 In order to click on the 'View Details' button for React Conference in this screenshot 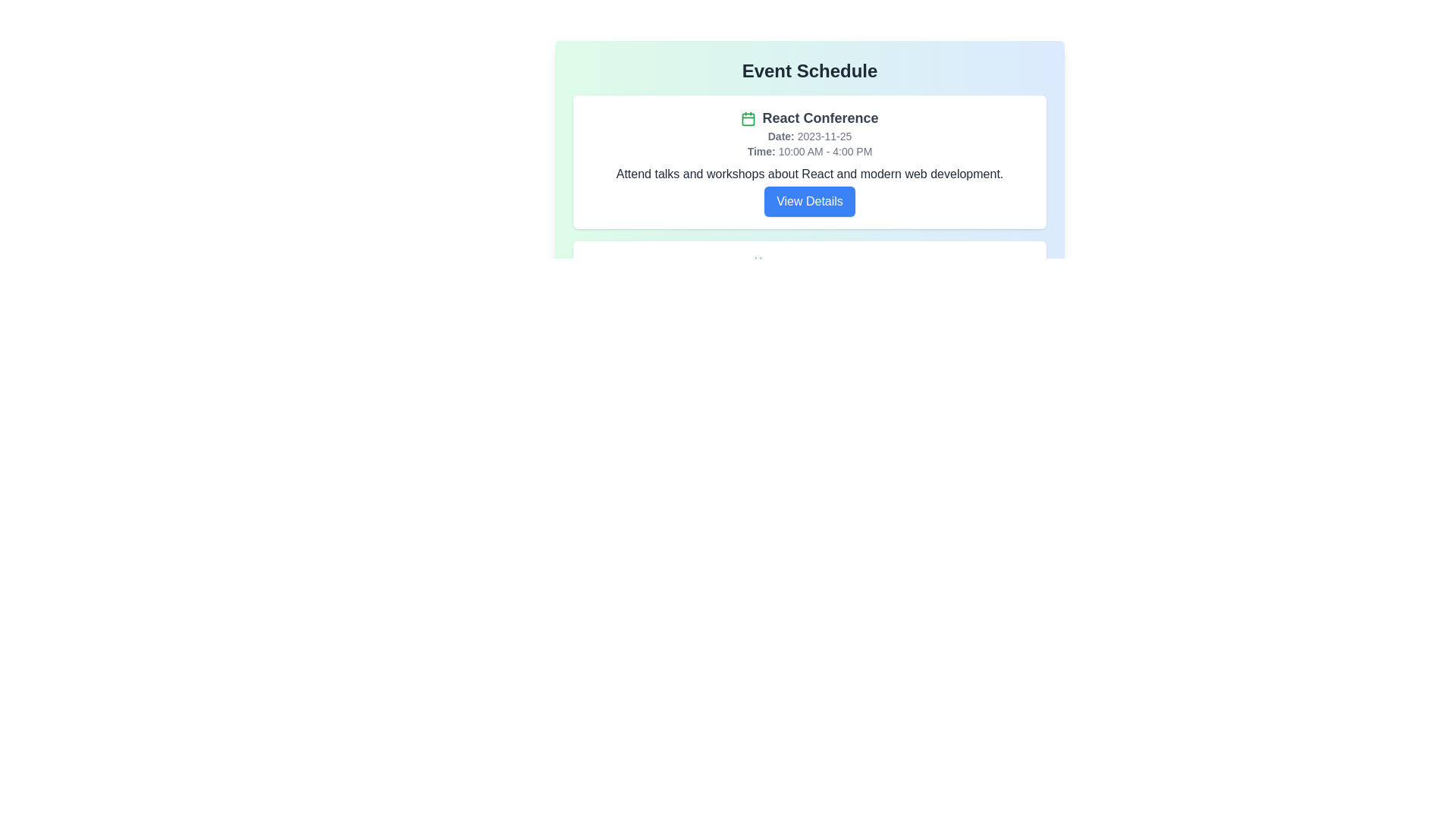, I will do `click(809, 201)`.